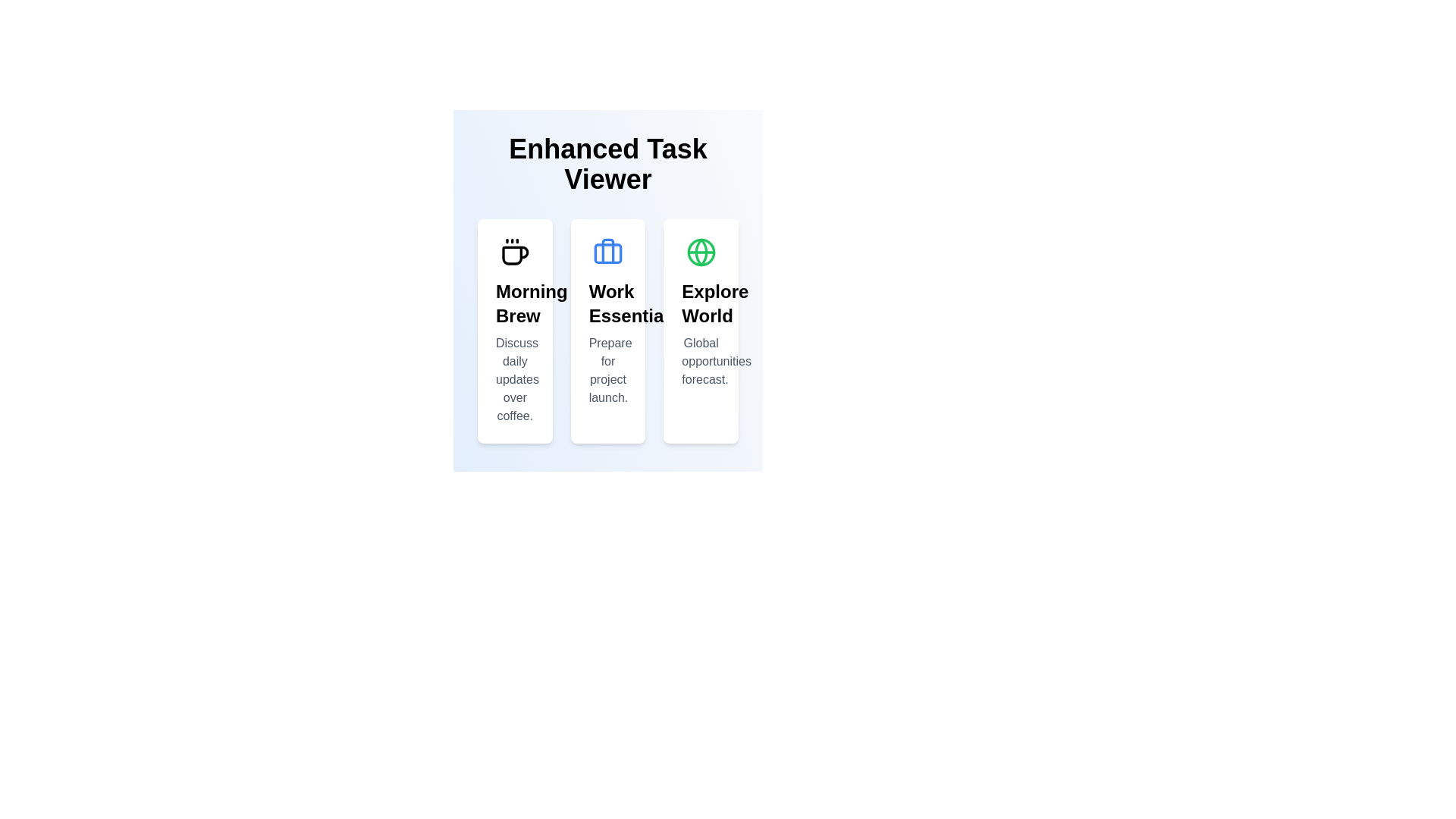 This screenshot has height=819, width=1456. What do you see at coordinates (607, 250) in the screenshot?
I see `the decorative icon representing 'Work Essentials' located at the top-center of the 'Work Essentials' card` at bounding box center [607, 250].